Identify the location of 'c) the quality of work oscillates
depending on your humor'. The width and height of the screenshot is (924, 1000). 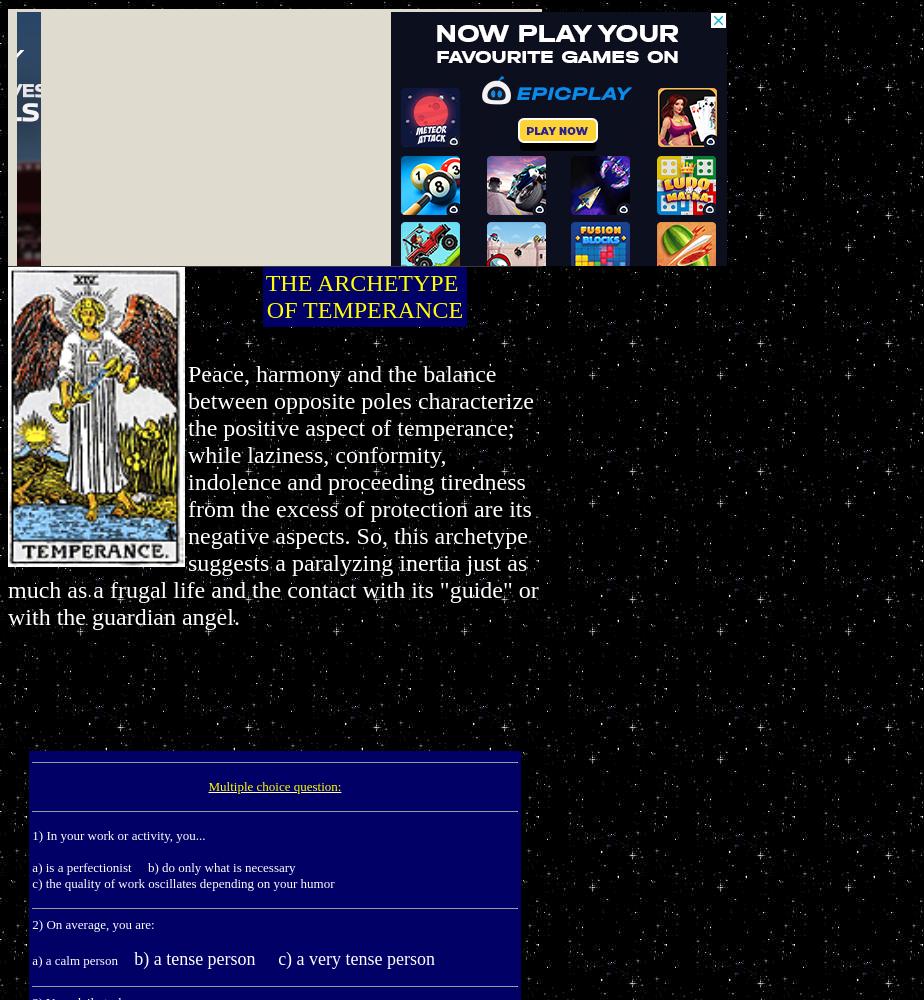
(183, 883).